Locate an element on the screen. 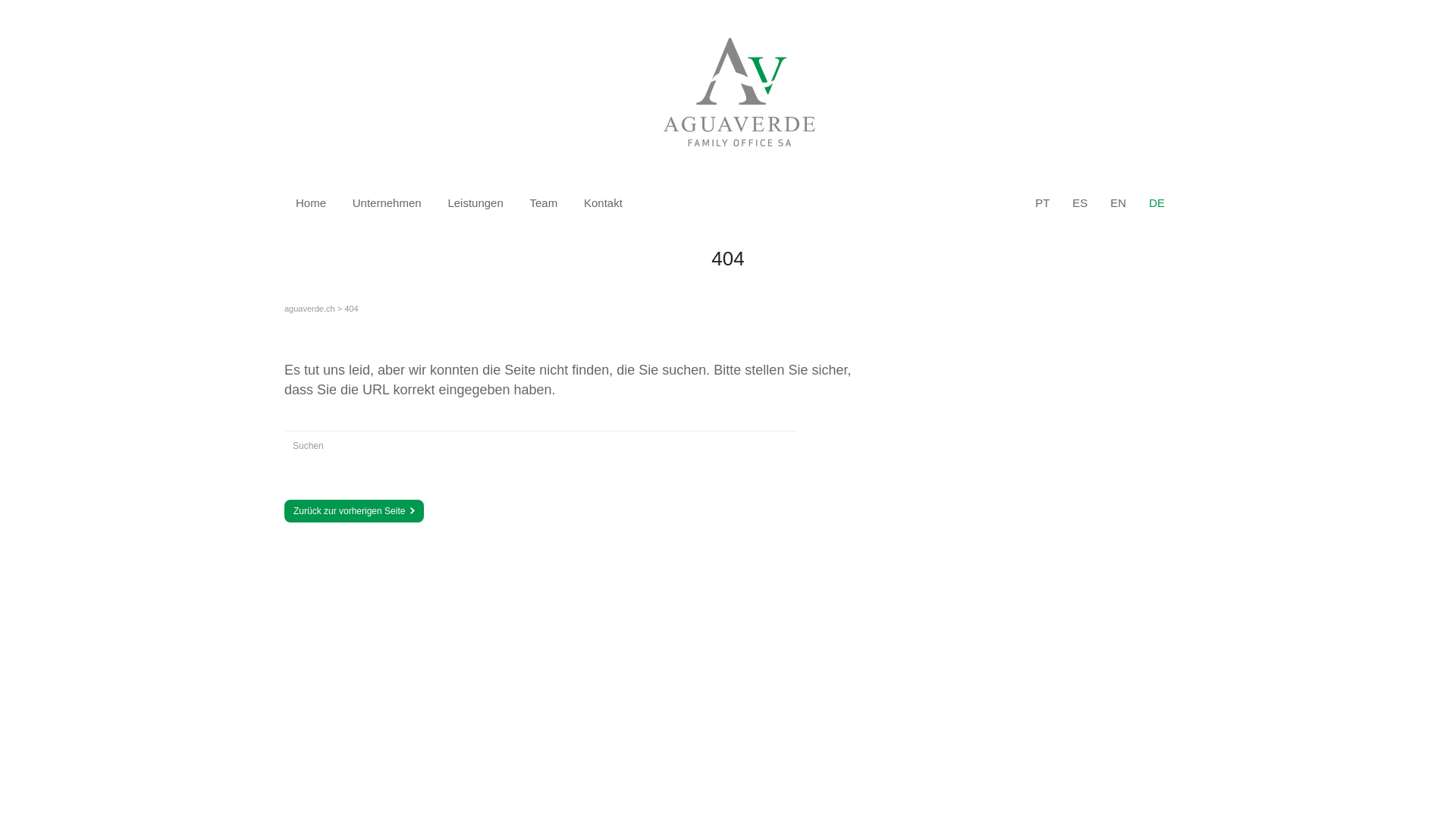 The image size is (1456, 819). 'DE' is located at coordinates (1149, 202).